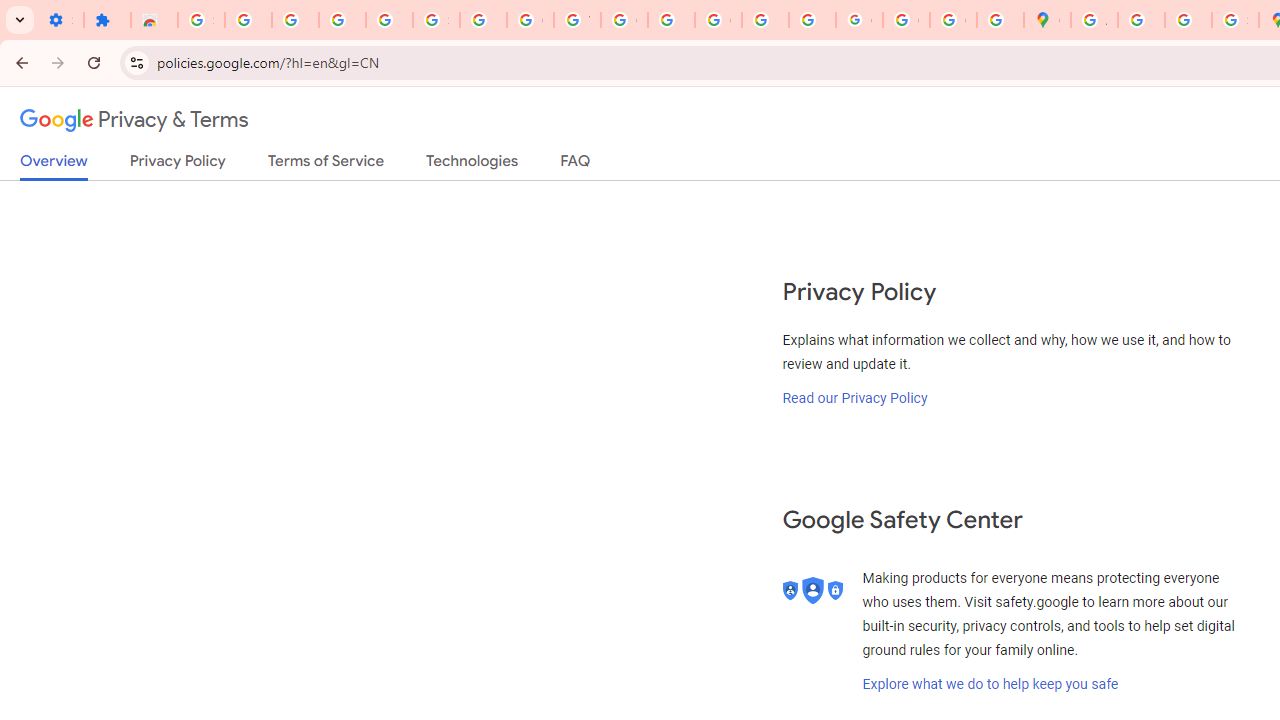 This screenshot has height=720, width=1280. What do you see at coordinates (294, 20) in the screenshot?
I see `'Delete photos & videos - Computer - Google Photos Help'` at bounding box center [294, 20].